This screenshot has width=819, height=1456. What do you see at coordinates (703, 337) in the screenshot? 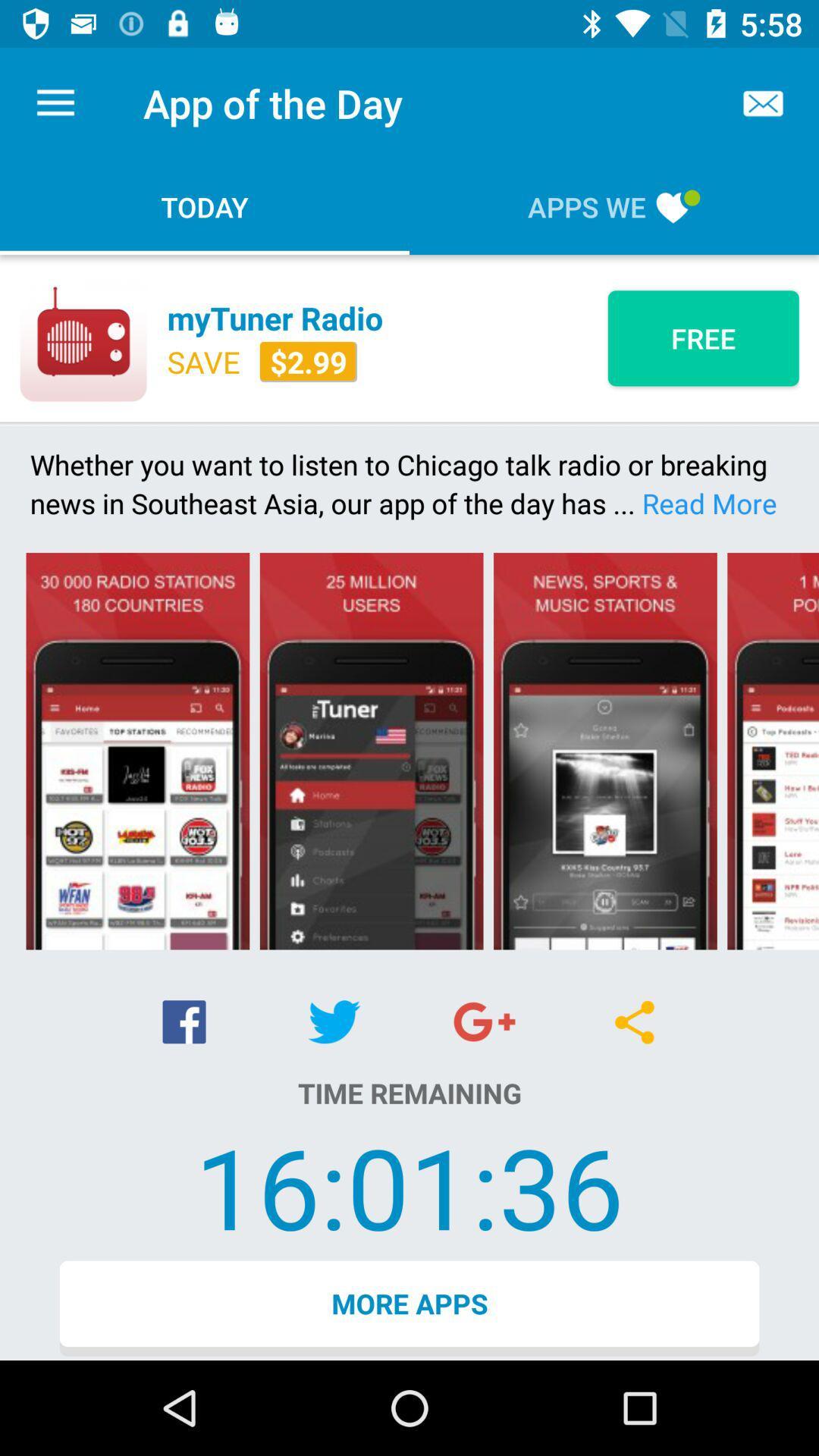
I see `the item below apps we icon` at bounding box center [703, 337].